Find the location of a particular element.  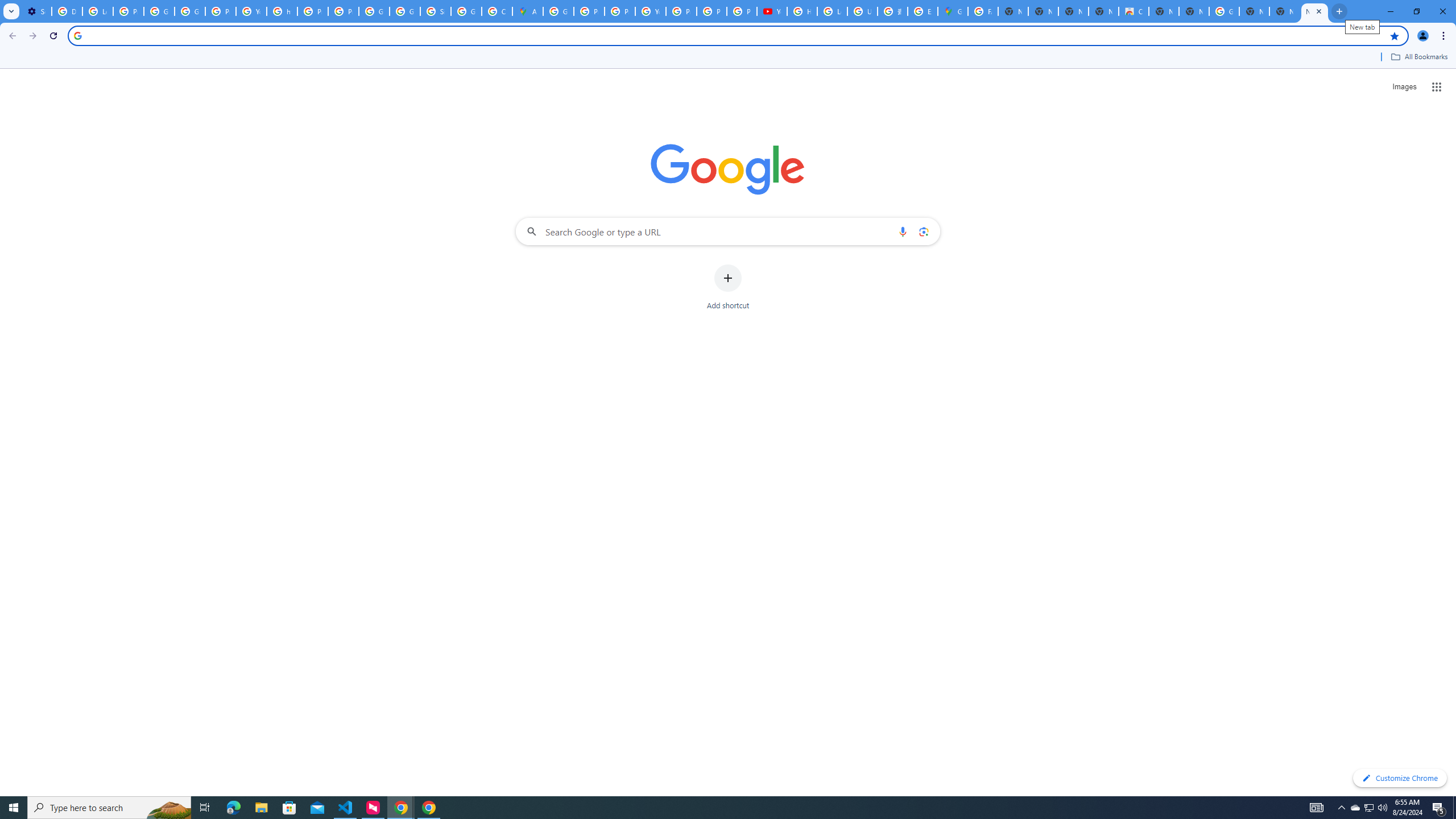

'Address and search bar' is located at coordinates (735, 35).